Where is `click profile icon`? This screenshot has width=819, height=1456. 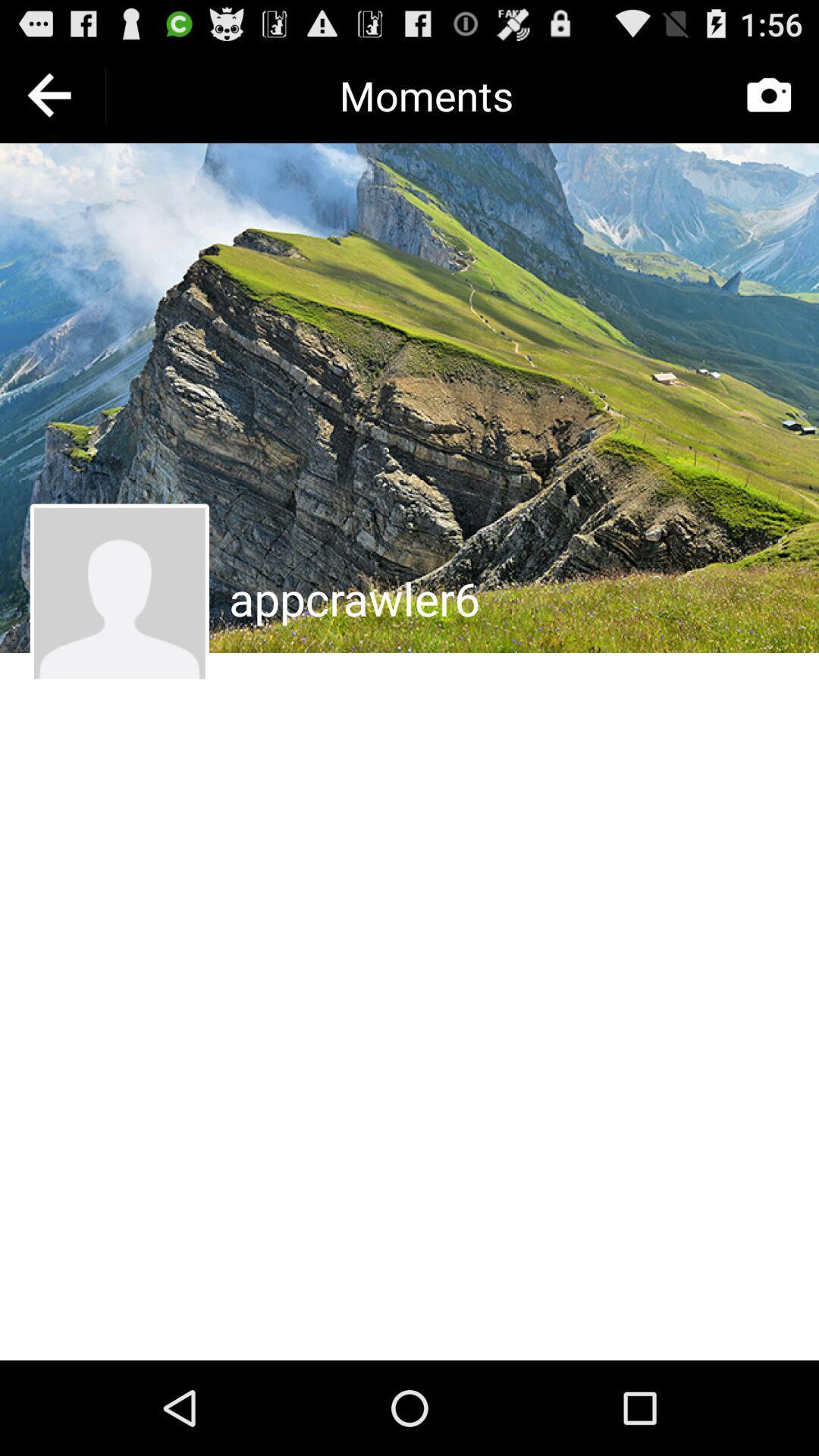 click profile icon is located at coordinates (118, 592).